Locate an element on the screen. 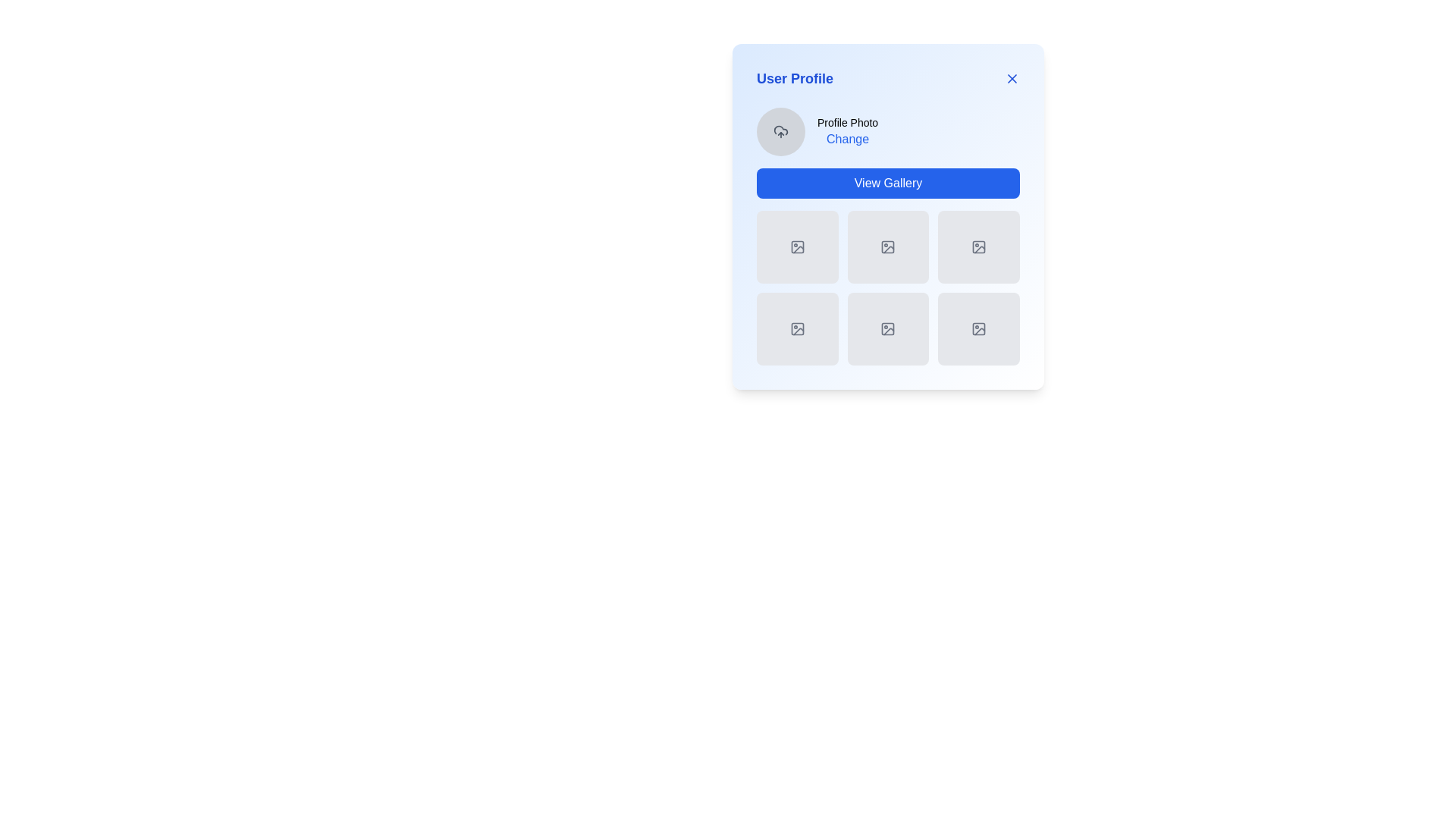 Image resolution: width=1456 pixels, height=819 pixels. an item into one of the grey rectangular boxes in the grid layout below the 'View Gallery' button in the 'User Profile' modal is located at coordinates (888, 288).